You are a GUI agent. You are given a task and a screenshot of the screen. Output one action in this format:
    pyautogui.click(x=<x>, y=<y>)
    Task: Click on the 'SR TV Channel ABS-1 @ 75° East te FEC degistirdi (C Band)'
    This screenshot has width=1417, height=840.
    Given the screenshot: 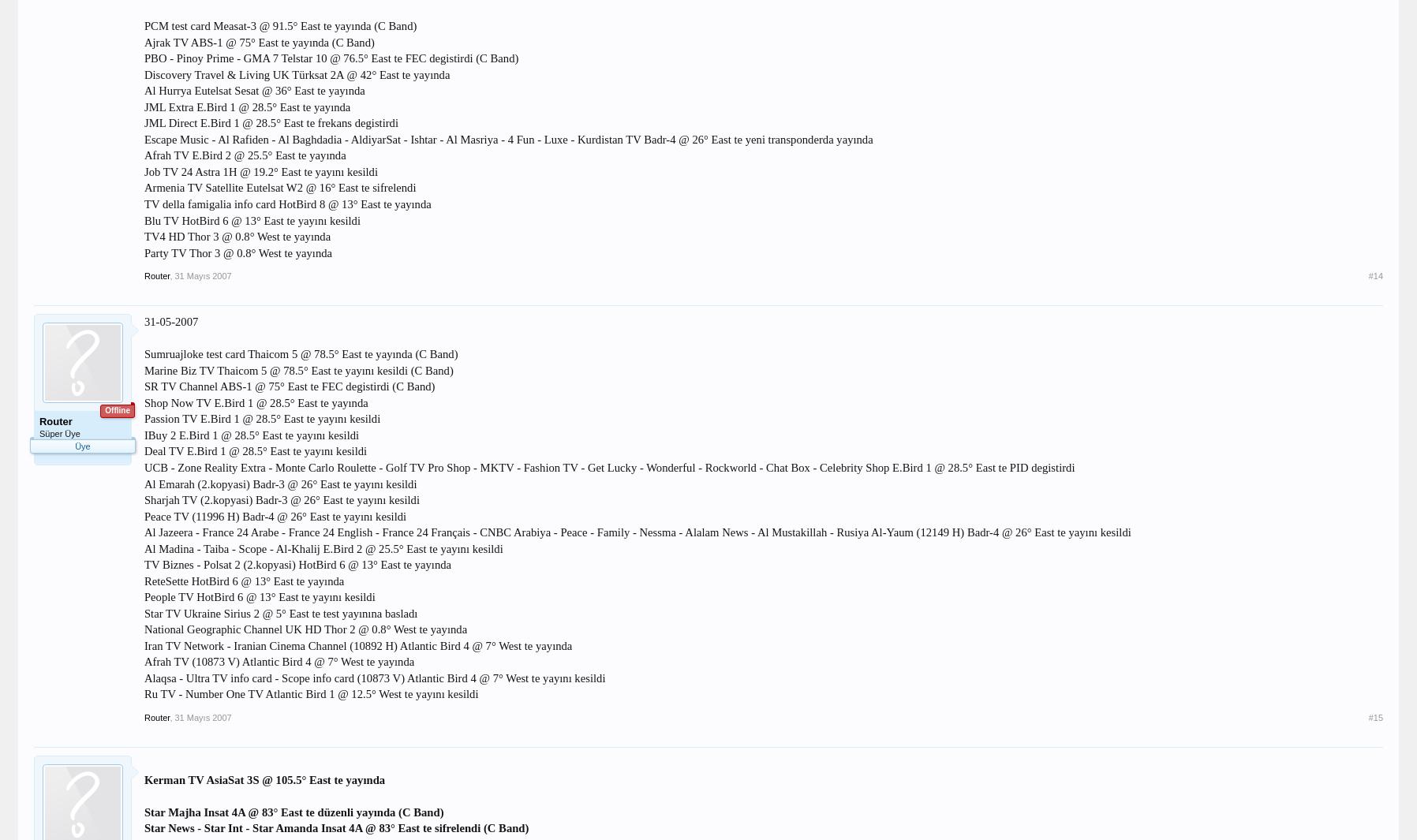 What is the action you would take?
    pyautogui.click(x=142, y=386)
    